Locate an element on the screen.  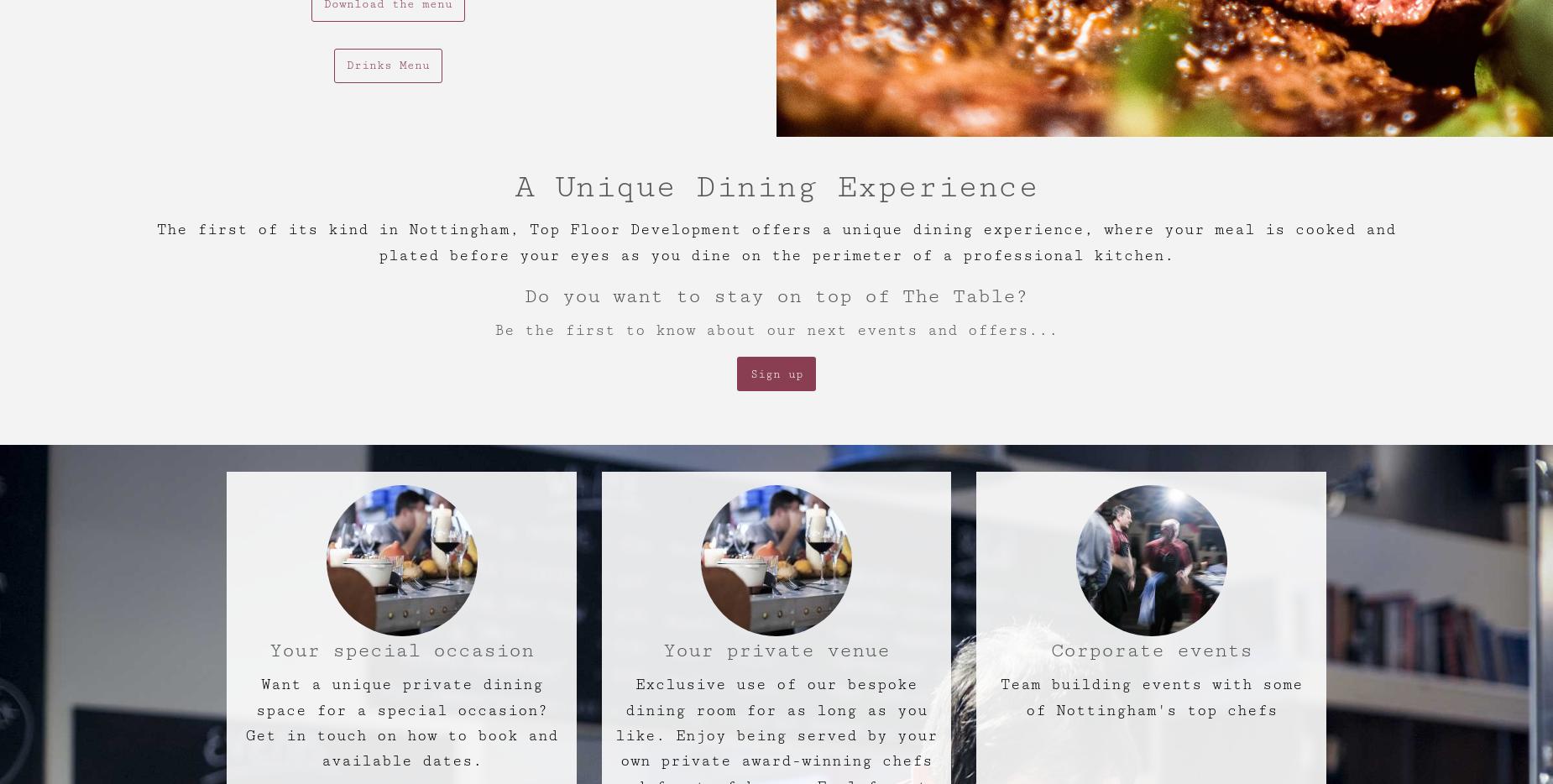
'Do you want to stay on top of The Table?' is located at coordinates (776, 295).